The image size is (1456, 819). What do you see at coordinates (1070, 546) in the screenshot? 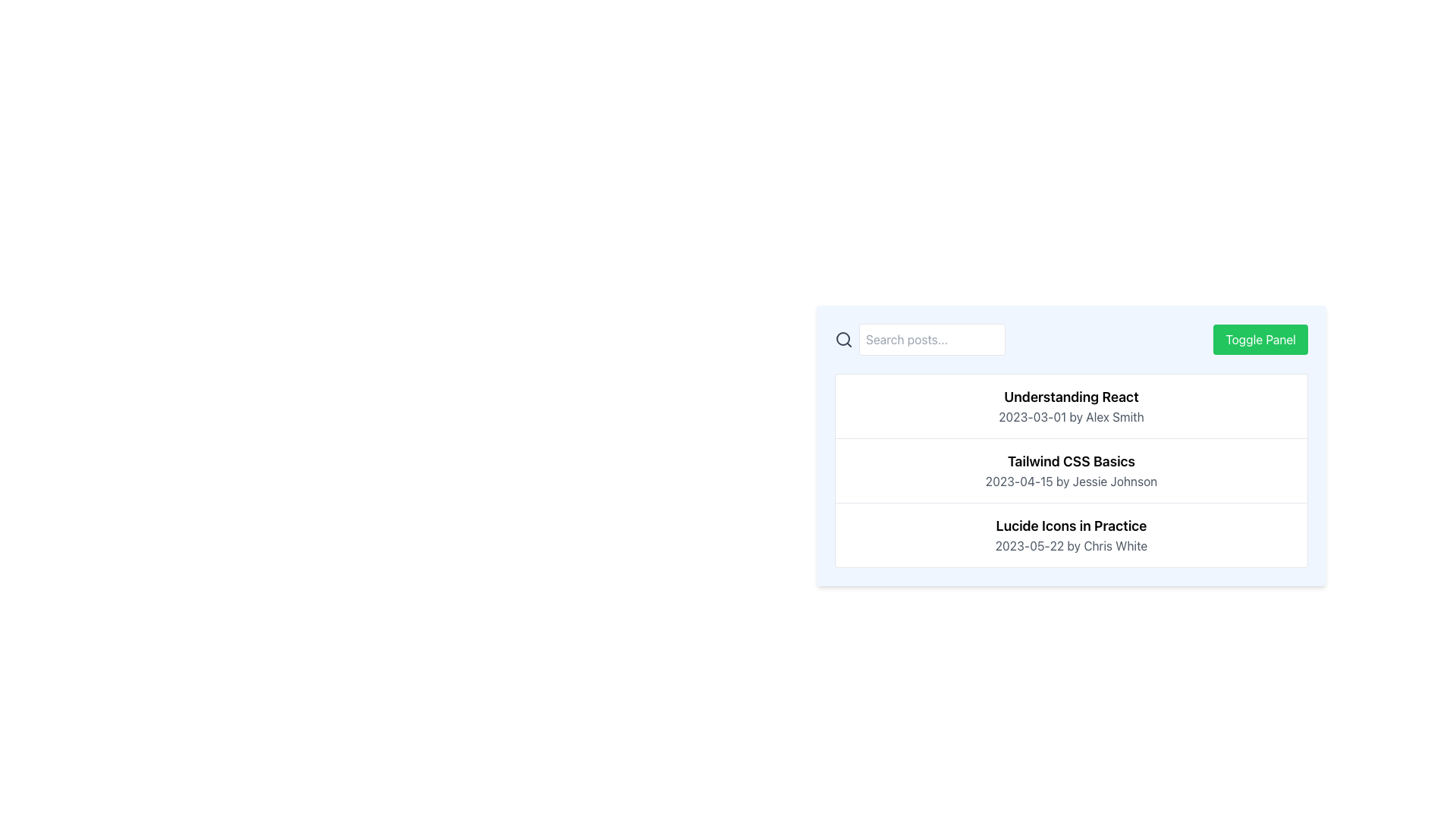
I see `text label displaying the date and author information formatted as '2023-05-22 by Chris White', which is styled in gray and positioned below the title 'Lucide Icons in Practice'` at bounding box center [1070, 546].